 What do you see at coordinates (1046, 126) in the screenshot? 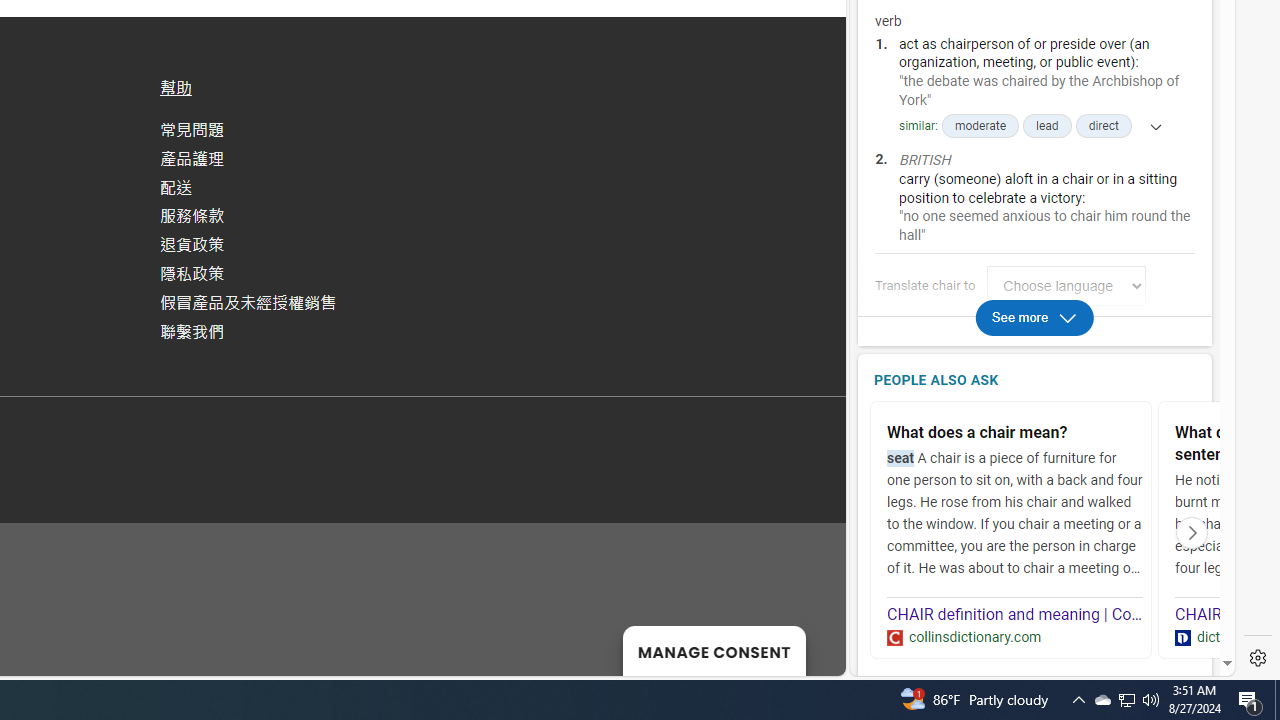
I see `'lead'` at bounding box center [1046, 126].